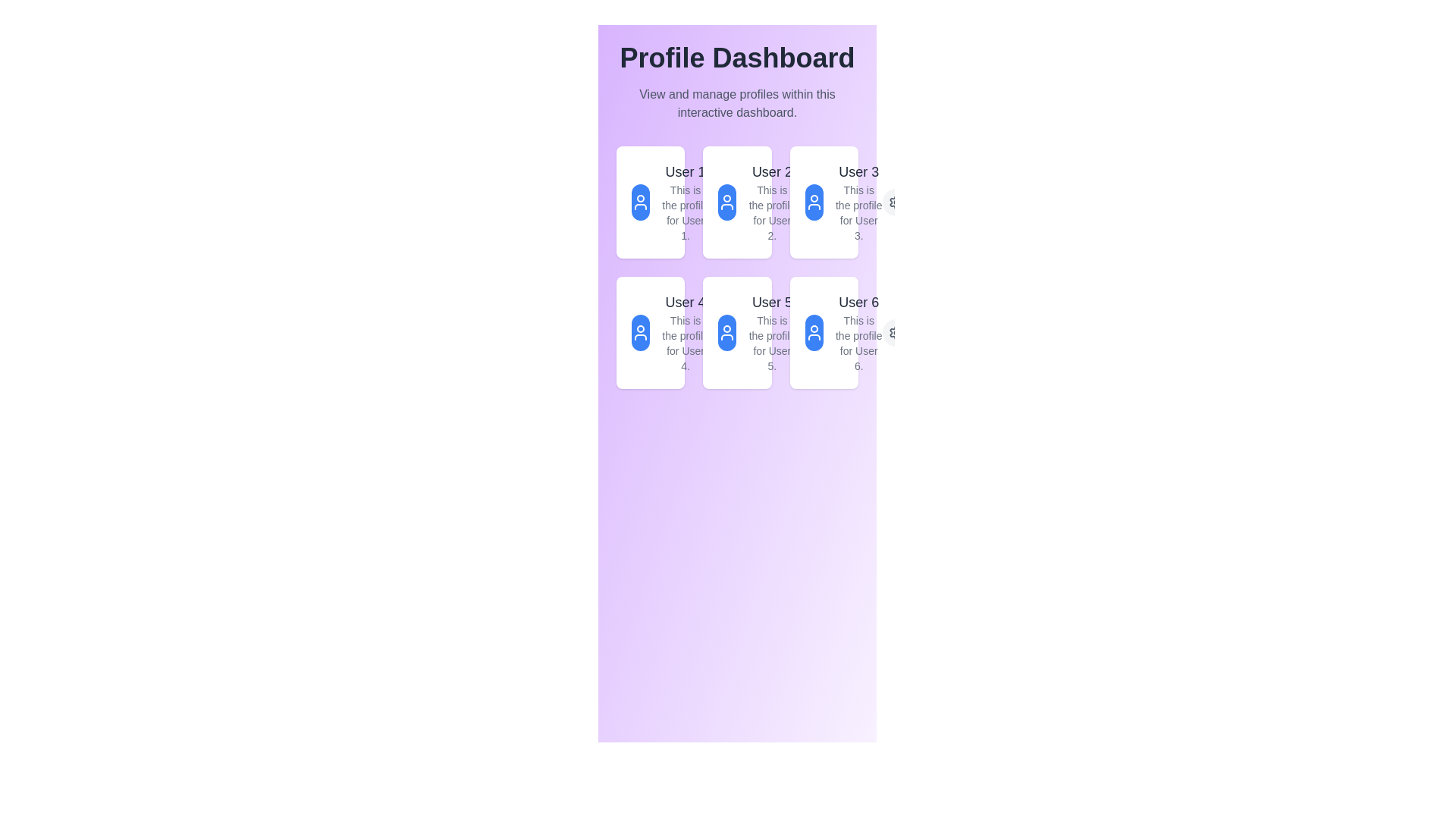 The height and width of the screenshot is (819, 1456). Describe the element at coordinates (858, 171) in the screenshot. I see `the text label indicating the name or identifier of a specific user profile located at the top-right card in the 3-column grid layout of the dashboard` at that location.